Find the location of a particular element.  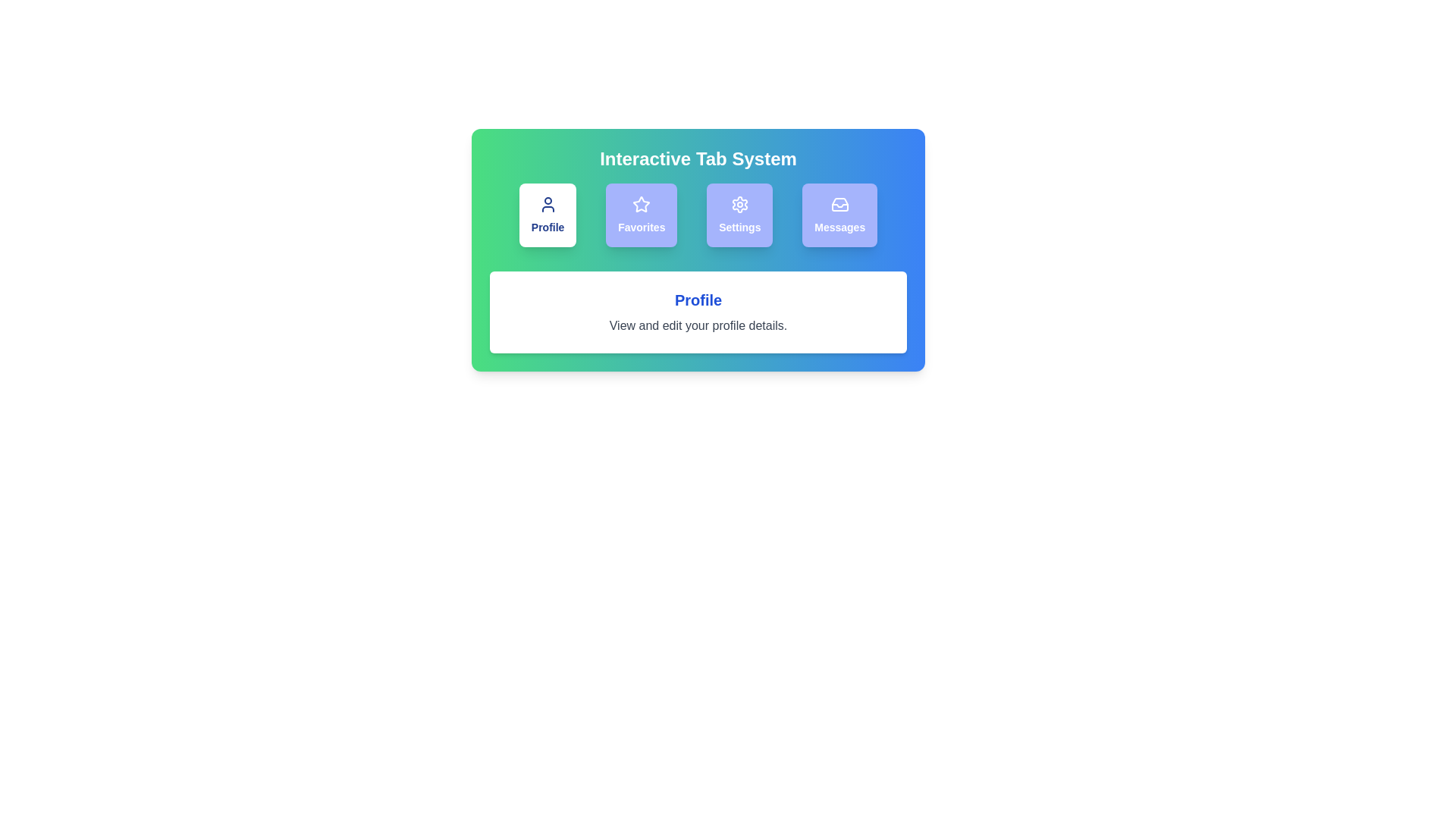

the tab labeled Settings to observe its hover effect is located at coordinates (739, 215).